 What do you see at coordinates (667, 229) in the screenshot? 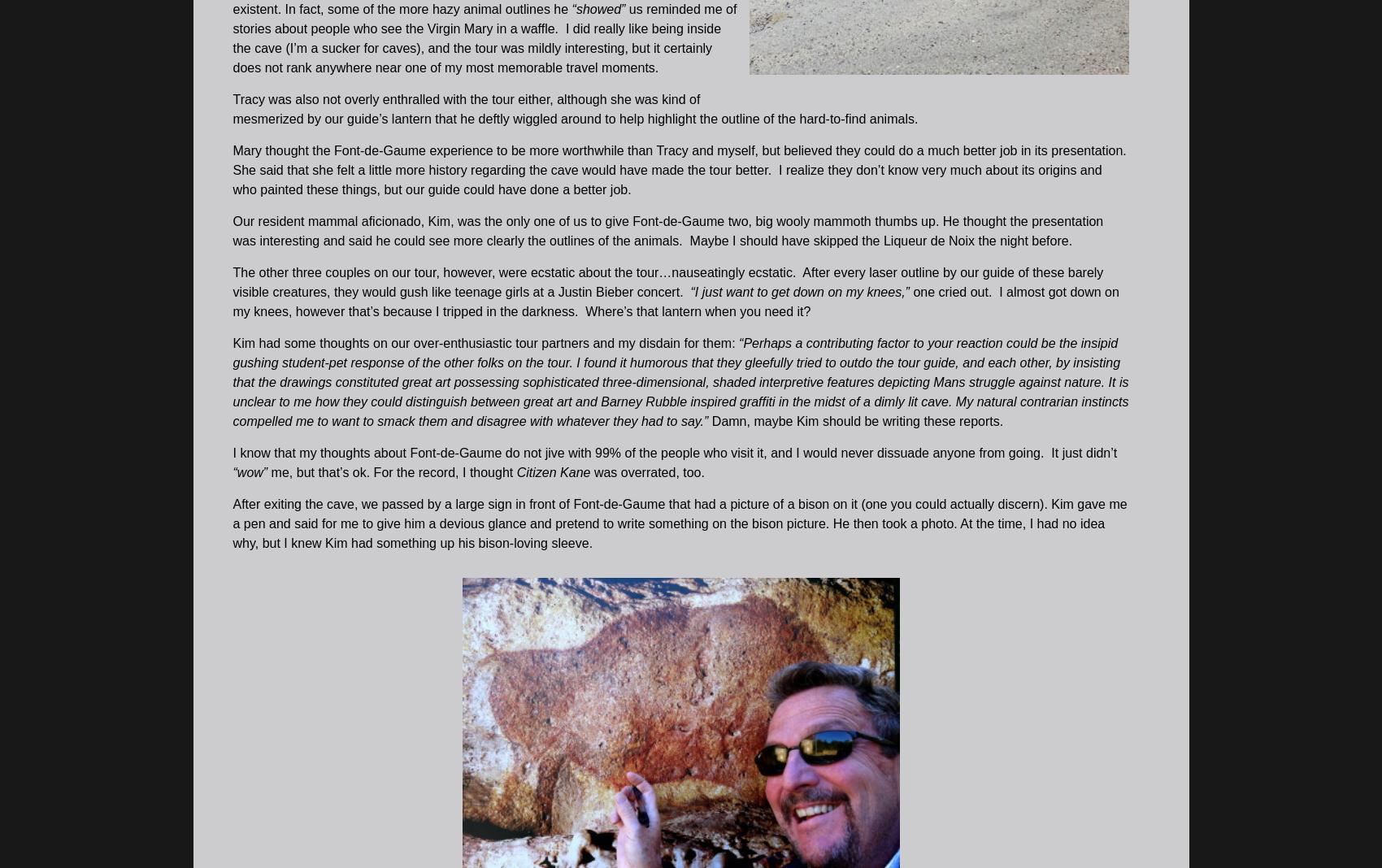
I see `'Our resident mammal aficionado, Kim, was the only one of us to give Font-de-Gaume two, big wooly mammoth thumbs up. He thought the presentation was interesting and said he could see more clearly the outlines of the animals.  Maybe I should have skipped the Liqueur de Noix the night before.'` at bounding box center [667, 229].